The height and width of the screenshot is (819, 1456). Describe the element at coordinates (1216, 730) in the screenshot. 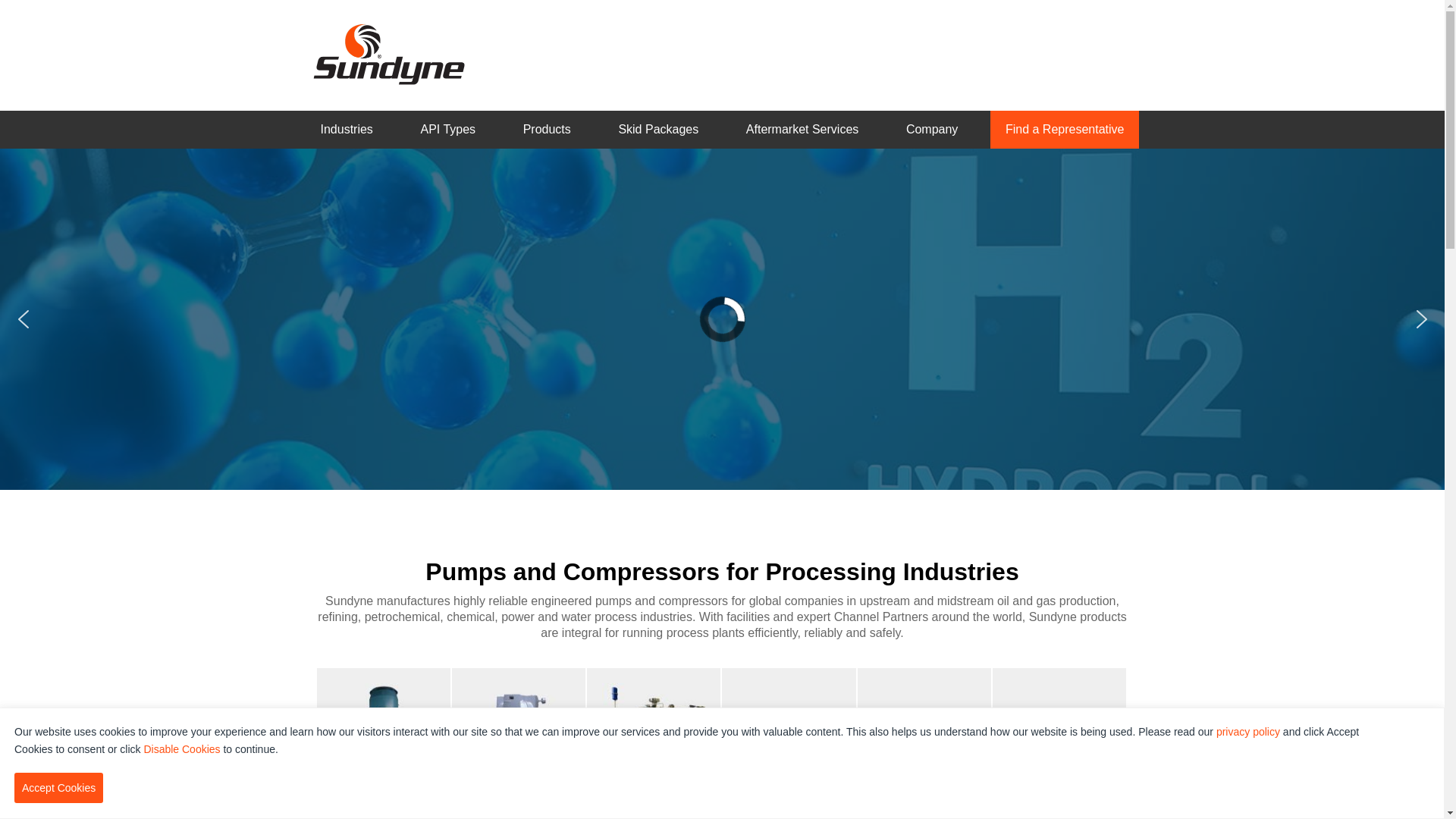

I see `'privacy policy'` at that location.